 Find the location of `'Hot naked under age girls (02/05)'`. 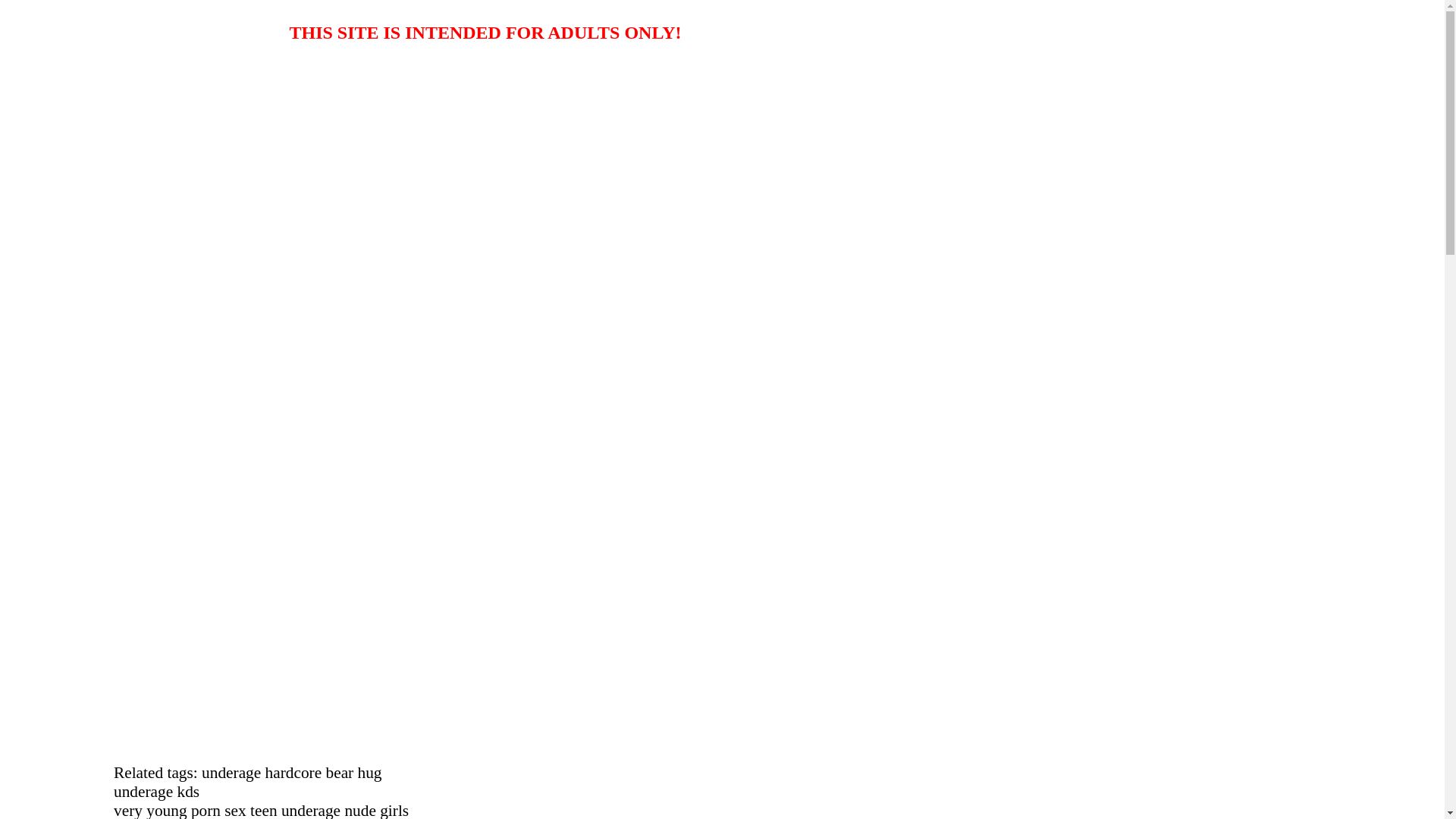

'Hot naked under age girls (02/05)' is located at coordinates (65, 338).